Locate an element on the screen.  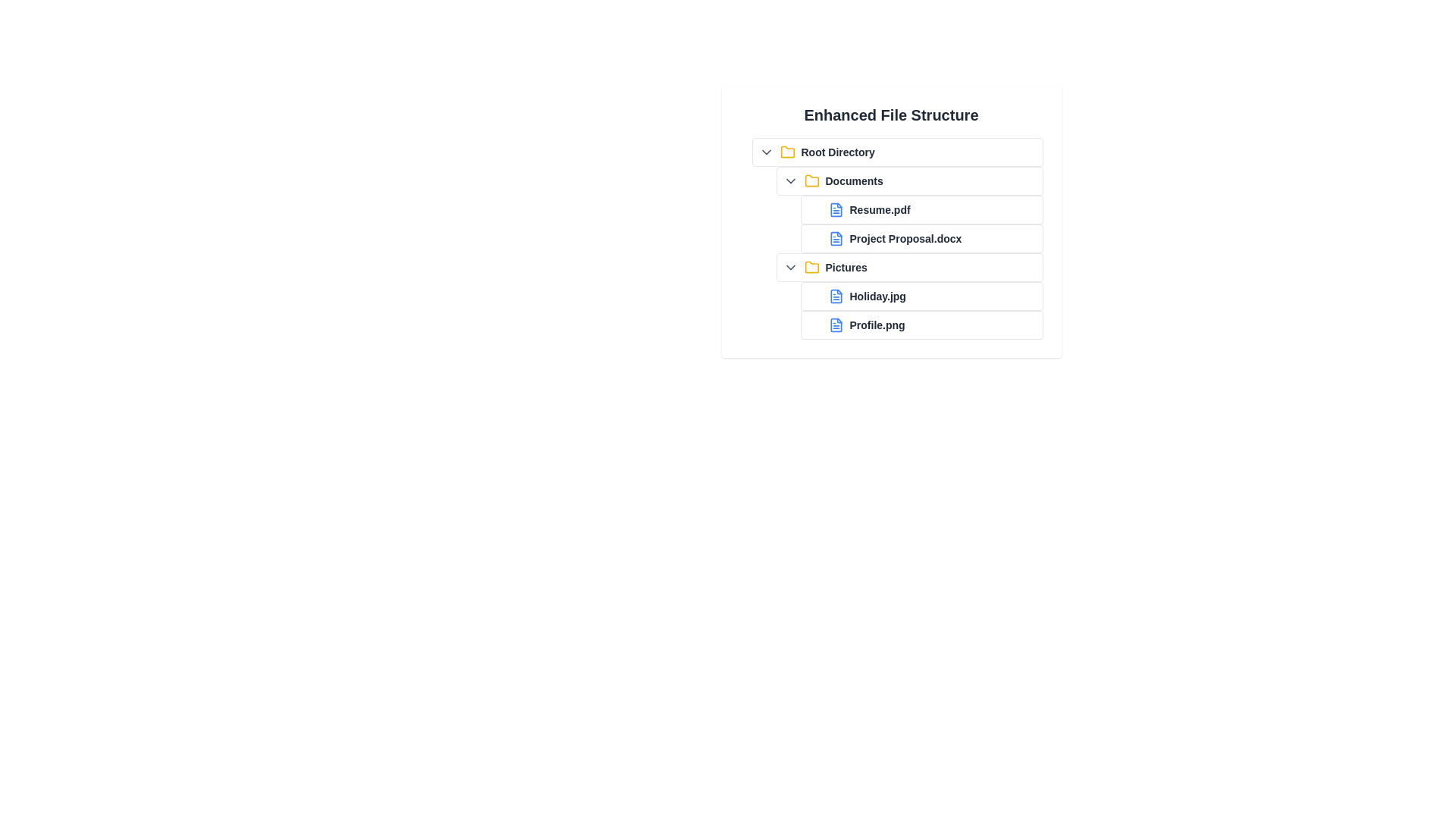
the file item labeled 'Holiday.jpg' in the file explorer is located at coordinates (921, 296).